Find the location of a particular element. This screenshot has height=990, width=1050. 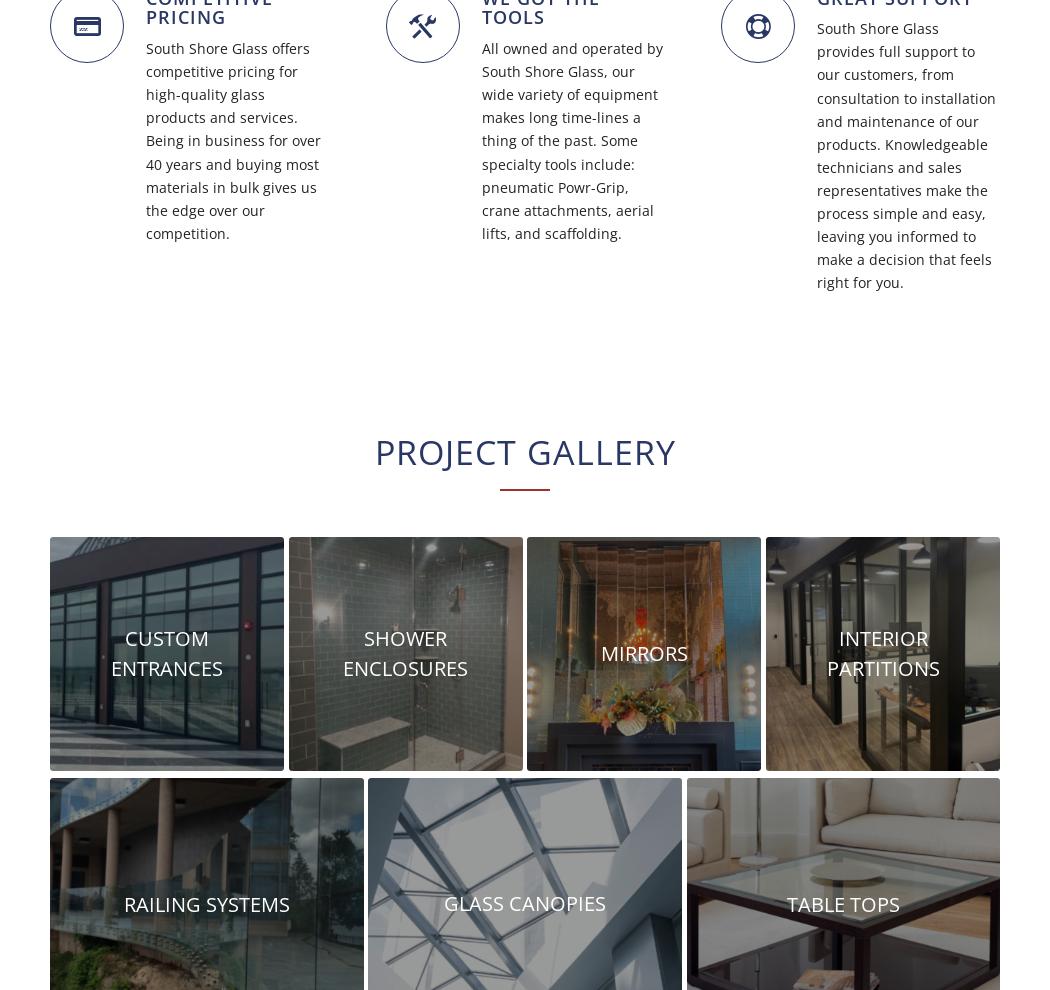

'Project Gallery' is located at coordinates (523, 452).